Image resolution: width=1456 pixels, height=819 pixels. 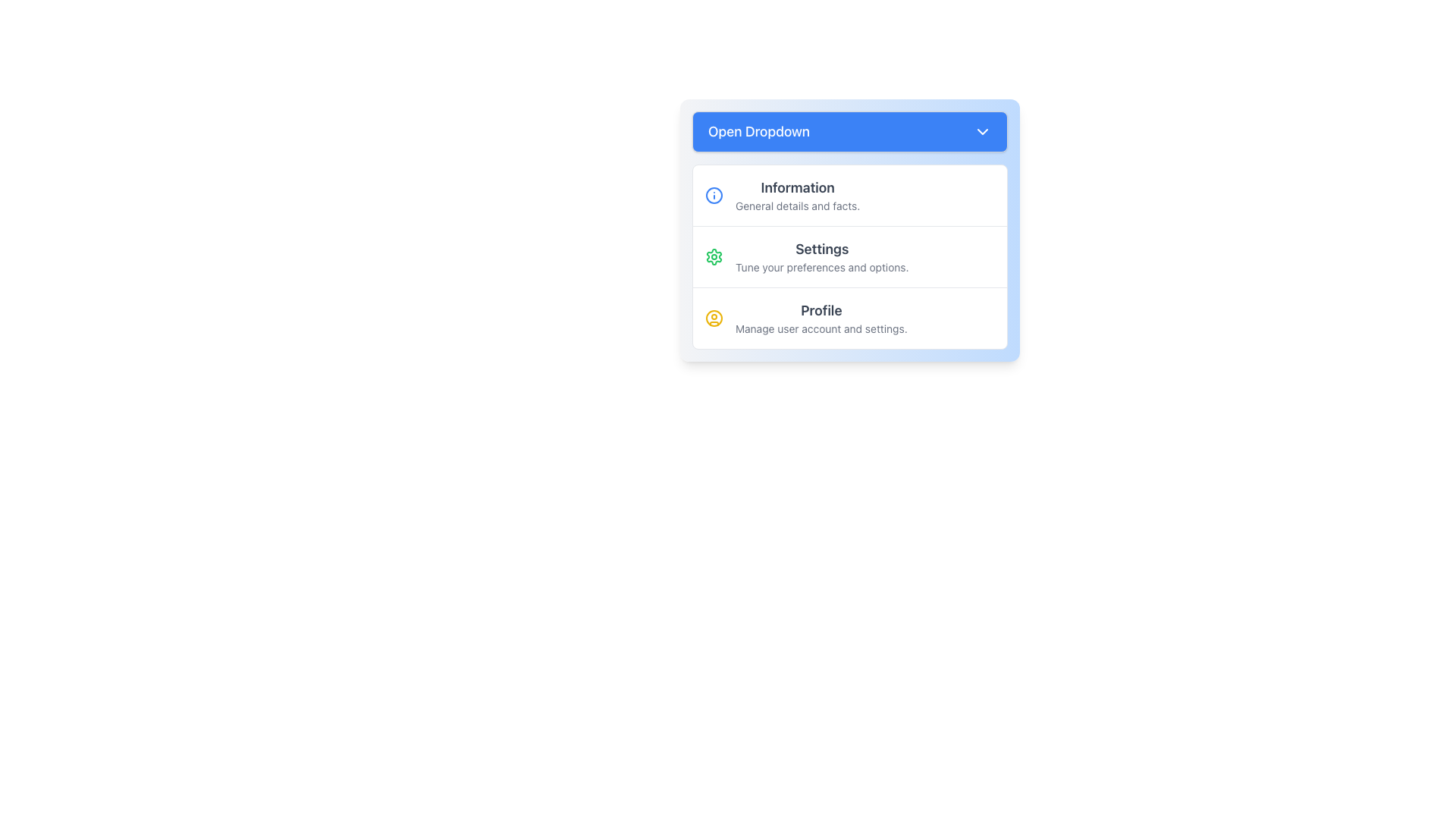 What do you see at coordinates (713, 256) in the screenshot?
I see `the green cogwheel icon with a red core located in the 'Settings' section of the dropdown menu` at bounding box center [713, 256].